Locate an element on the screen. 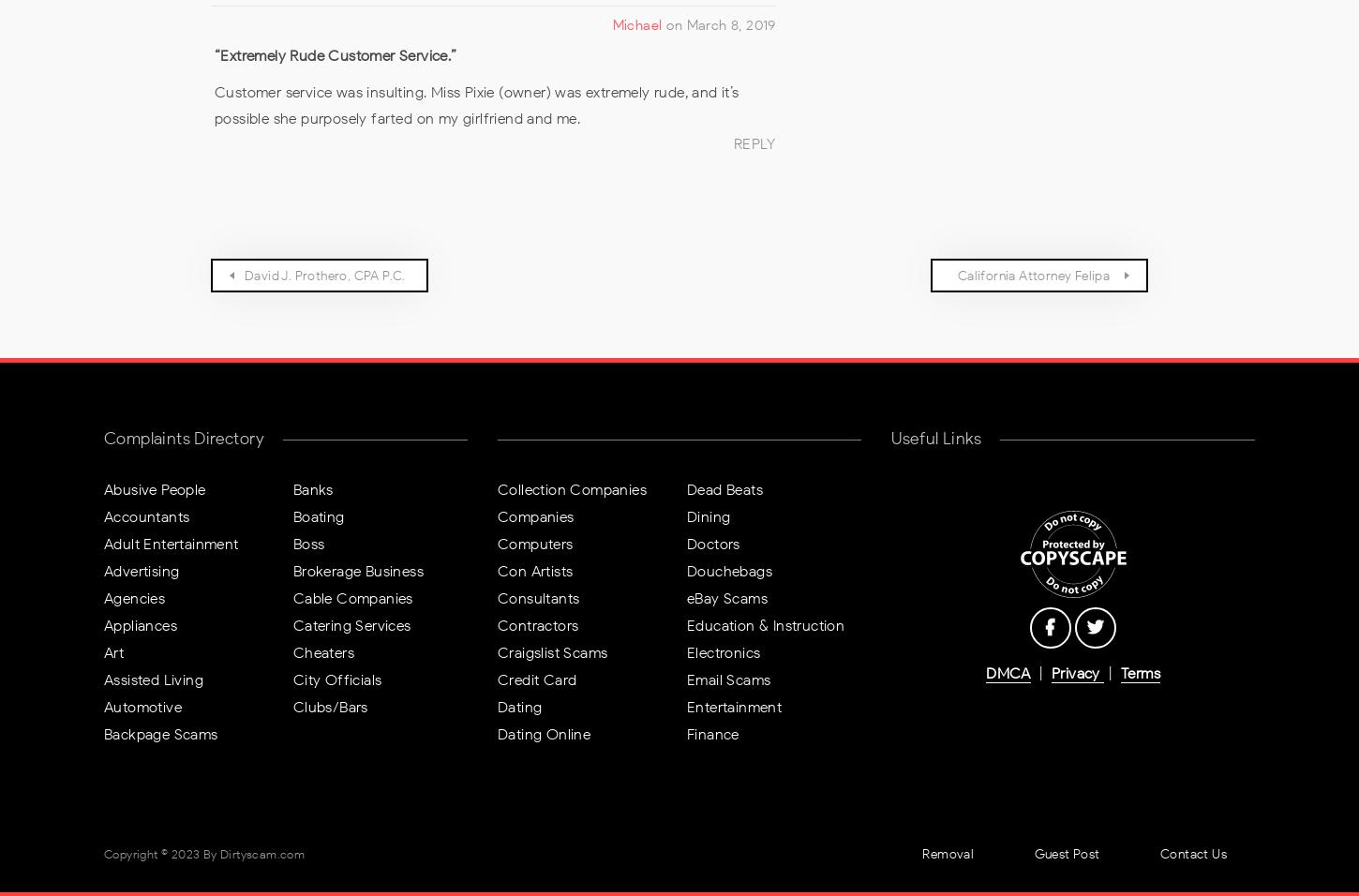 This screenshot has height=896, width=1359. 'Douchebags' is located at coordinates (728, 570).